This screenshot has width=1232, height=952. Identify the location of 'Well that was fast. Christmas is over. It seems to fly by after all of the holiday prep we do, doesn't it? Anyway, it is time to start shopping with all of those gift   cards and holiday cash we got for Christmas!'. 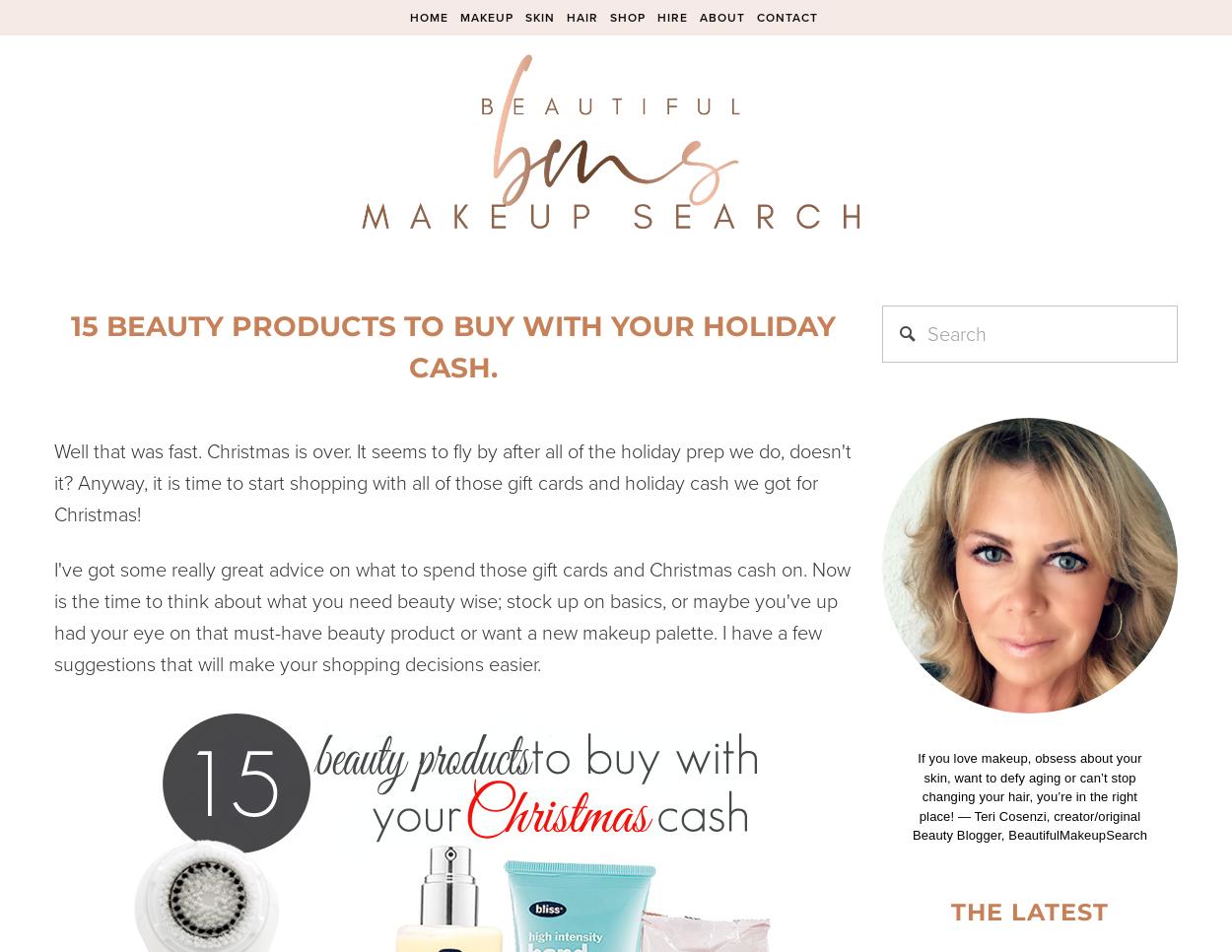
(451, 481).